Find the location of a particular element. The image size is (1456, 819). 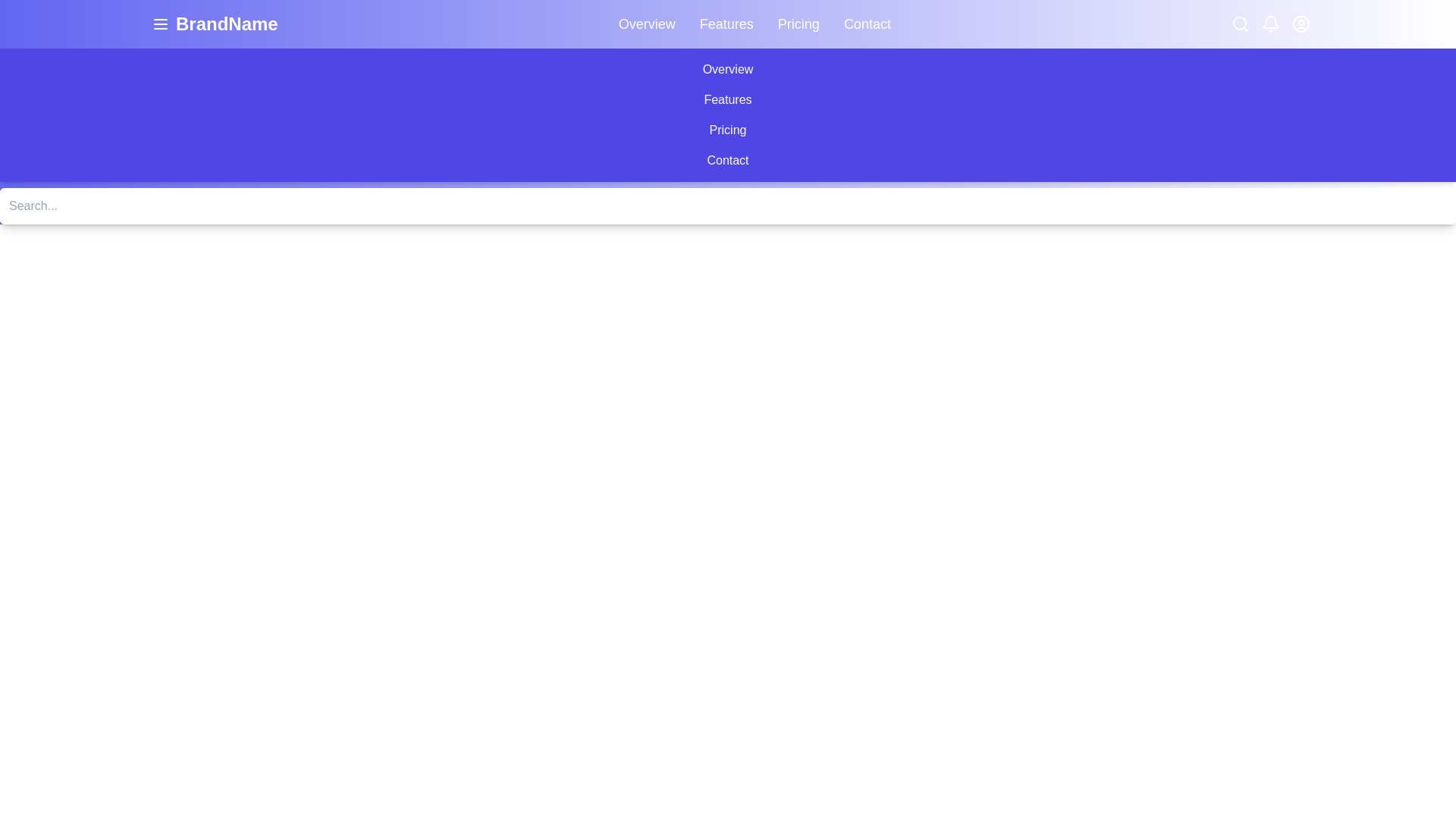

the 'Pricing' link in the navigation menu is located at coordinates (798, 24).